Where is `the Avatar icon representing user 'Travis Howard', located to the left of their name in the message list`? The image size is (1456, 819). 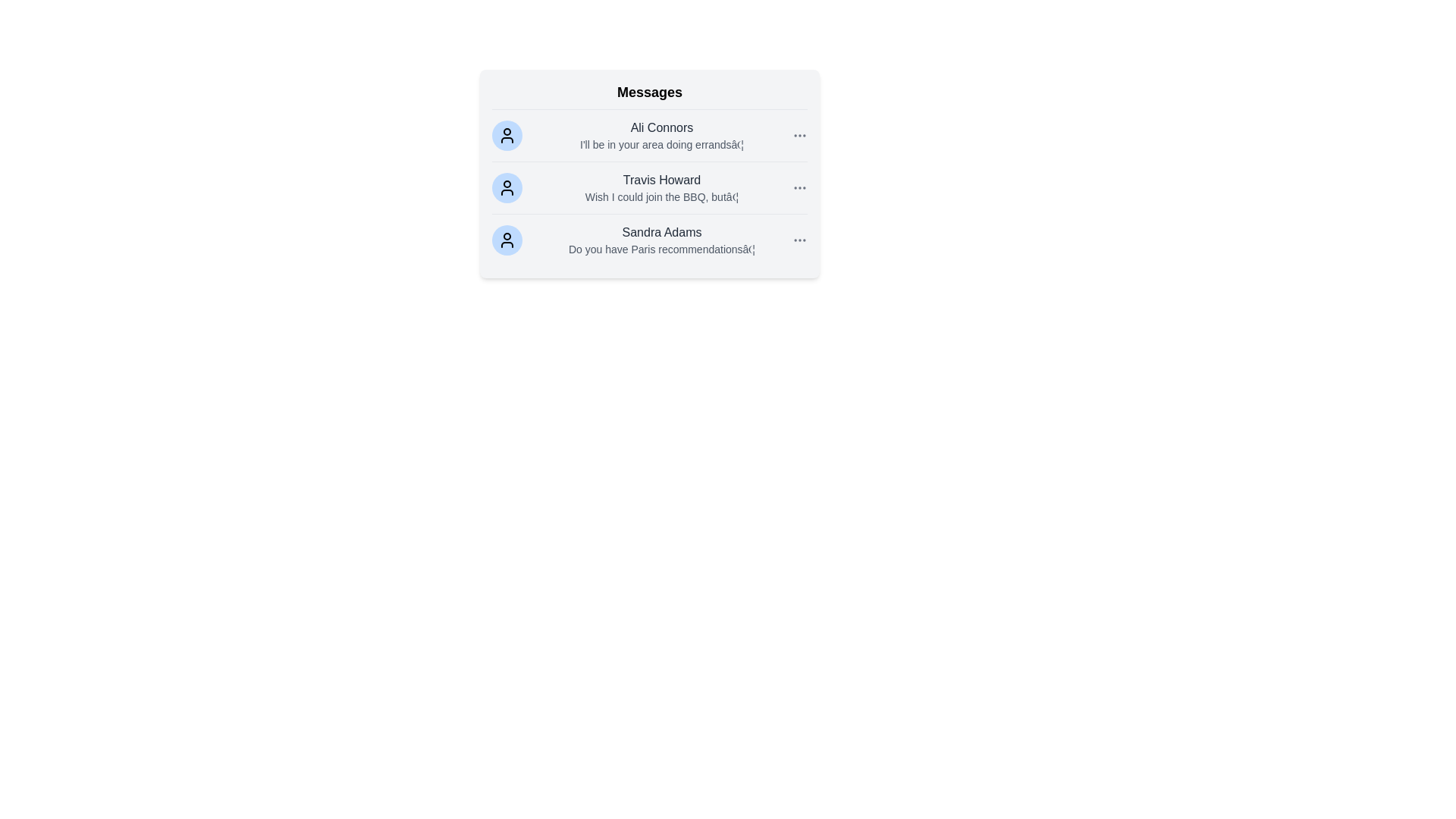
the Avatar icon representing user 'Travis Howard', located to the left of their name in the message list is located at coordinates (507, 187).